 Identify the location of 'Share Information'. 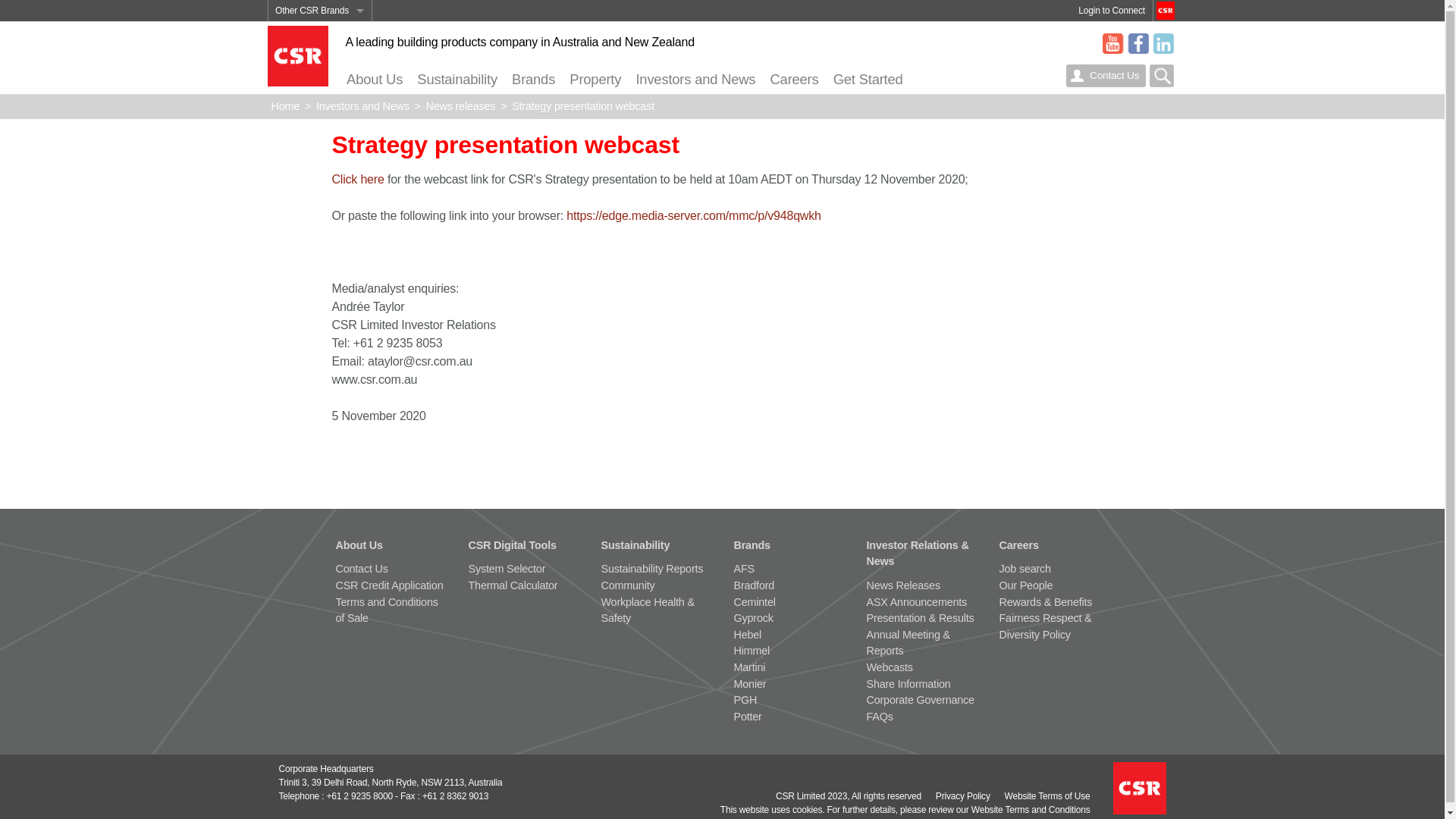
(908, 684).